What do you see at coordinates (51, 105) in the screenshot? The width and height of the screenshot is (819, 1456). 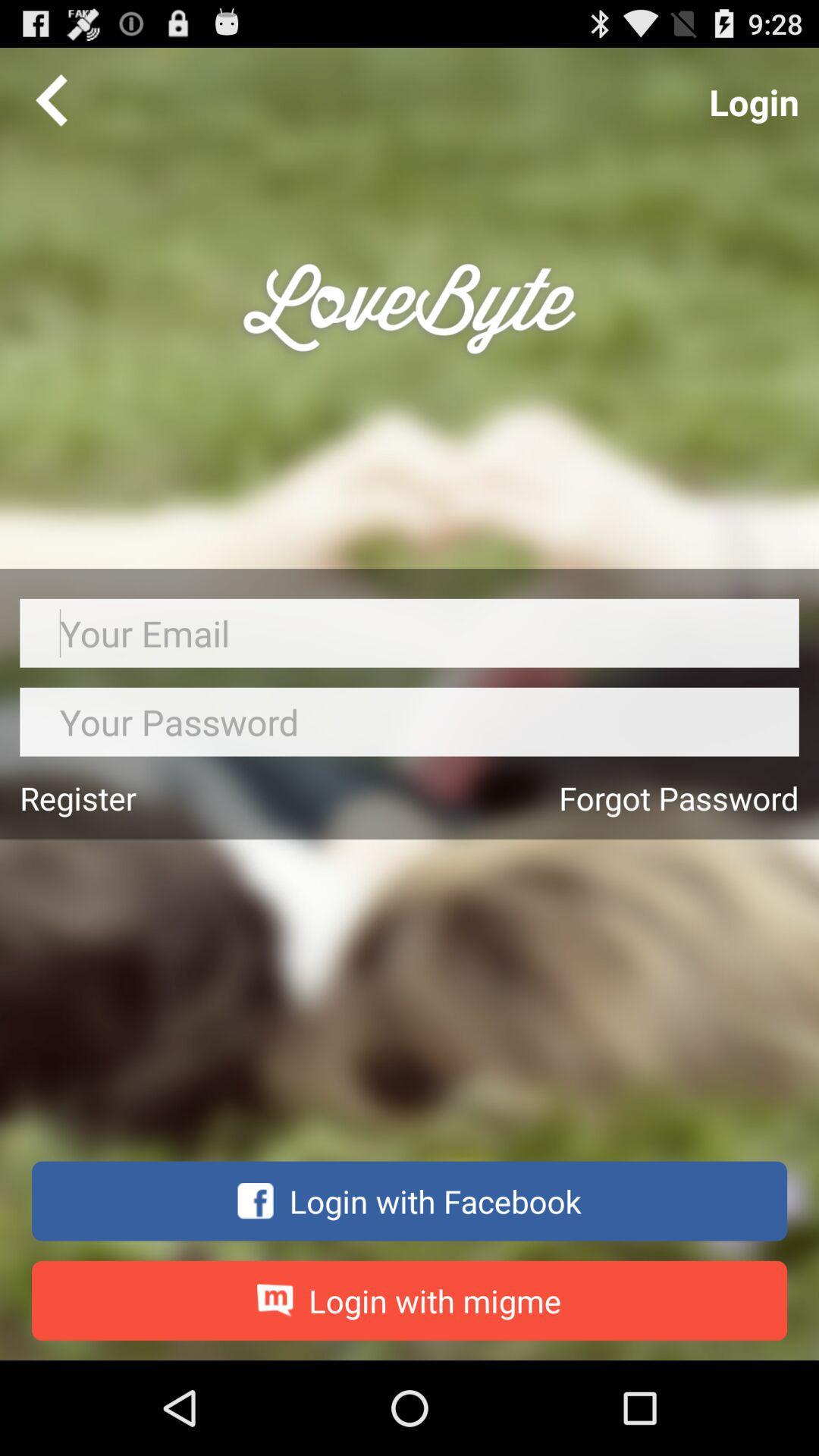 I see `the arrow_backward icon` at bounding box center [51, 105].